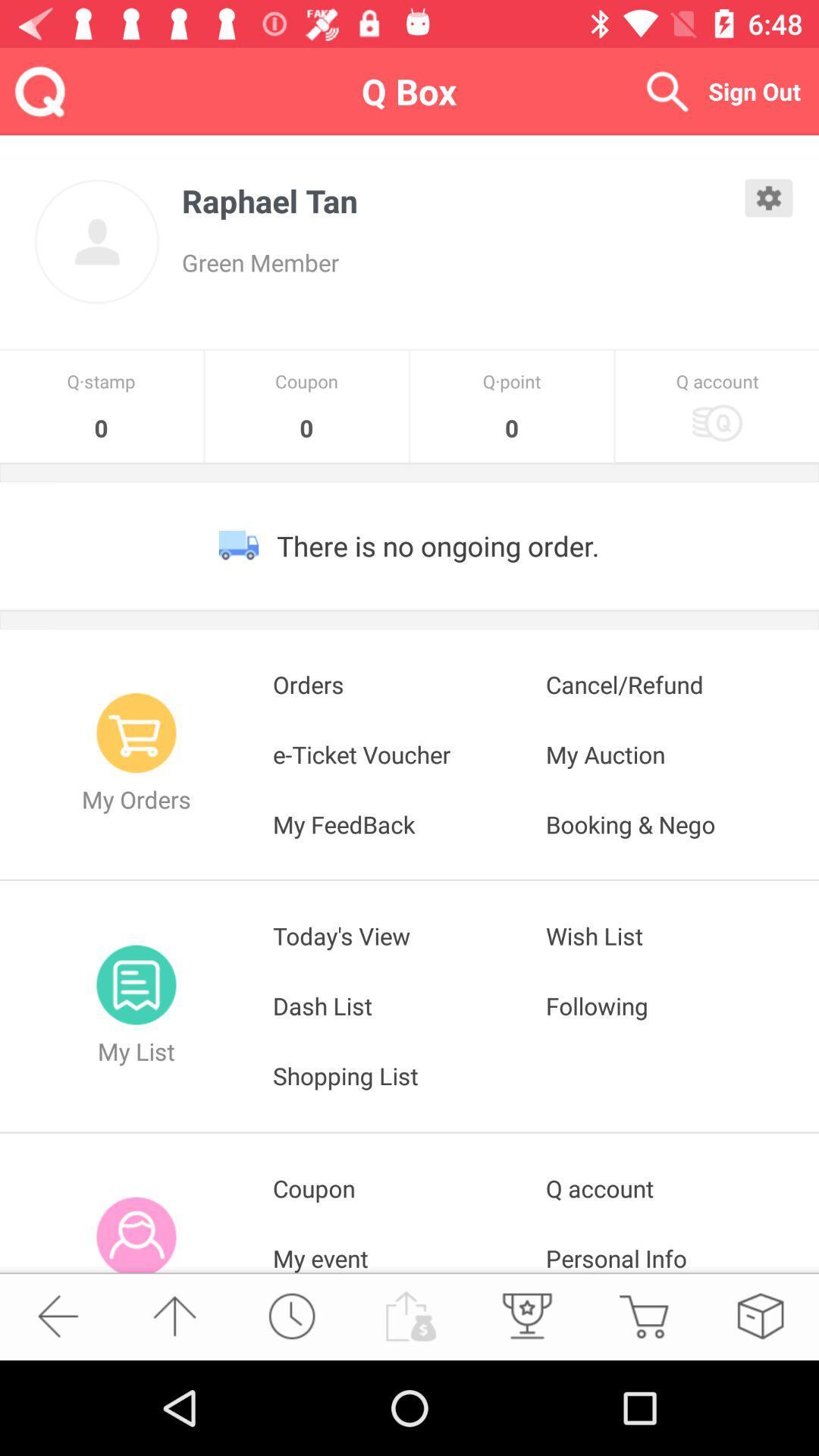 The height and width of the screenshot is (1456, 819). I want to click on icon below the e-ticket voucher icon, so click(409, 824).